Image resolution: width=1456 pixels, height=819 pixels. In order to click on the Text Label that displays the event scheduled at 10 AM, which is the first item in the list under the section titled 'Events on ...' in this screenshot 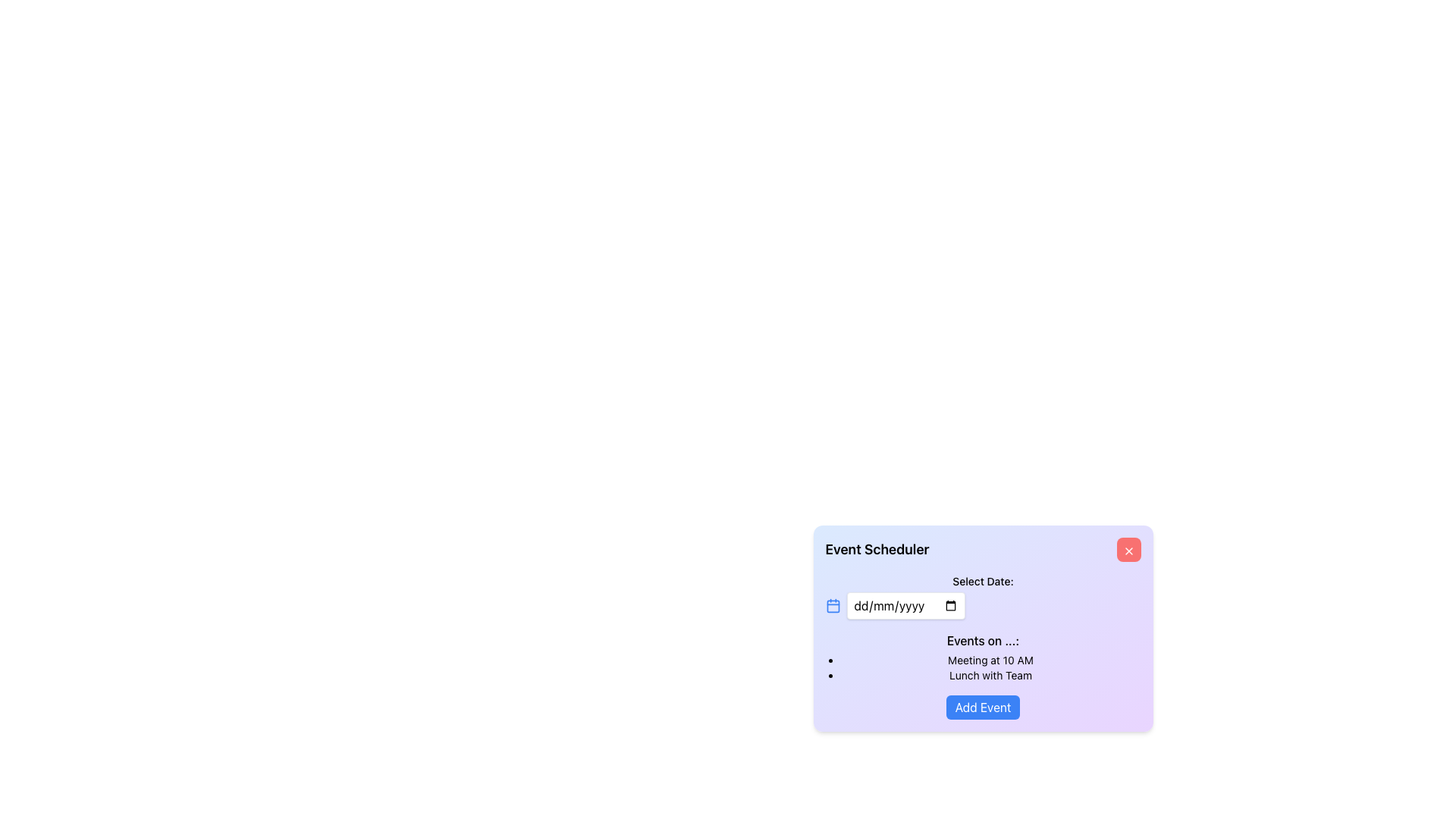, I will do `click(990, 660)`.